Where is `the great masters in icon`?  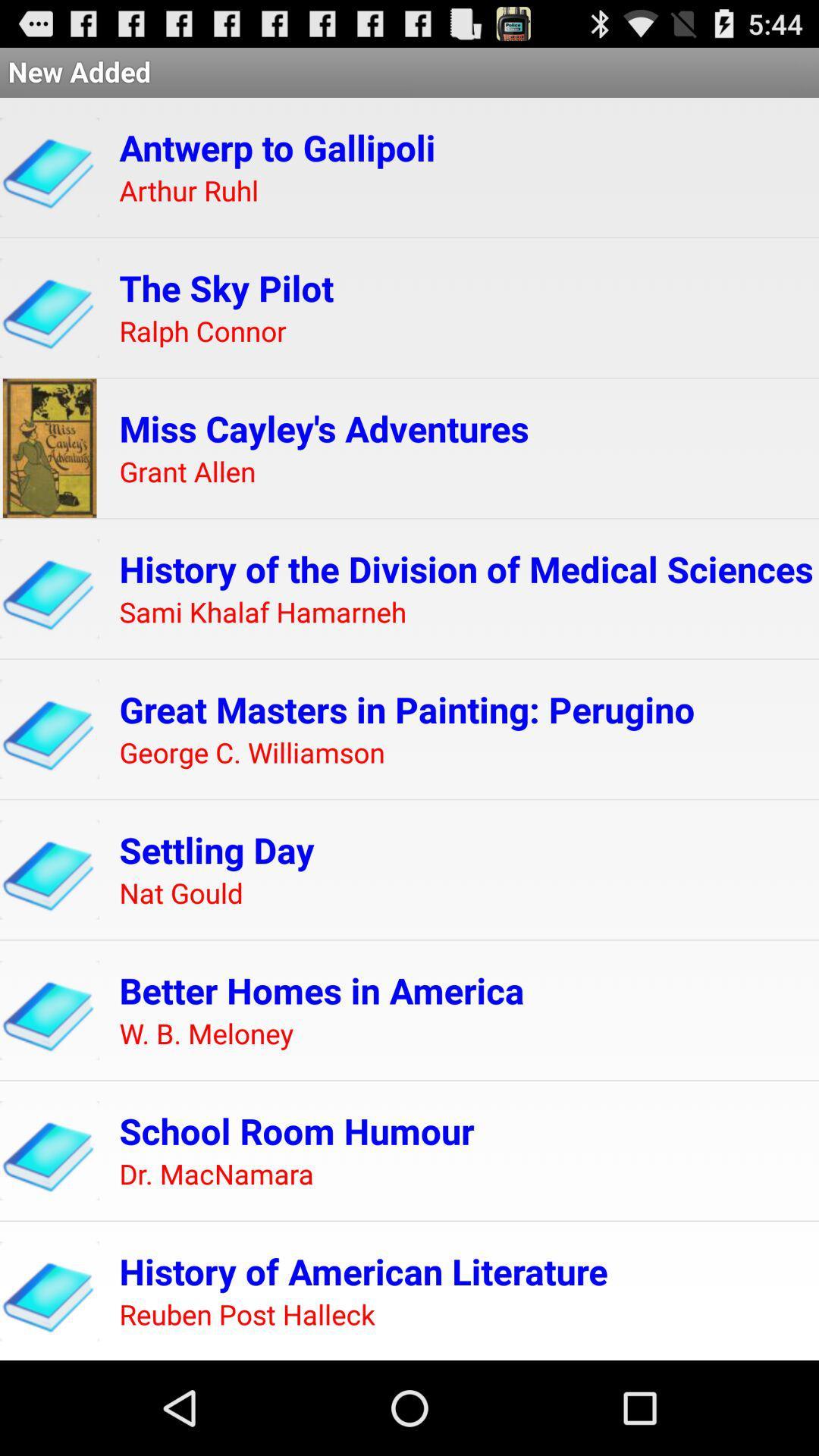 the great masters in icon is located at coordinates (406, 708).